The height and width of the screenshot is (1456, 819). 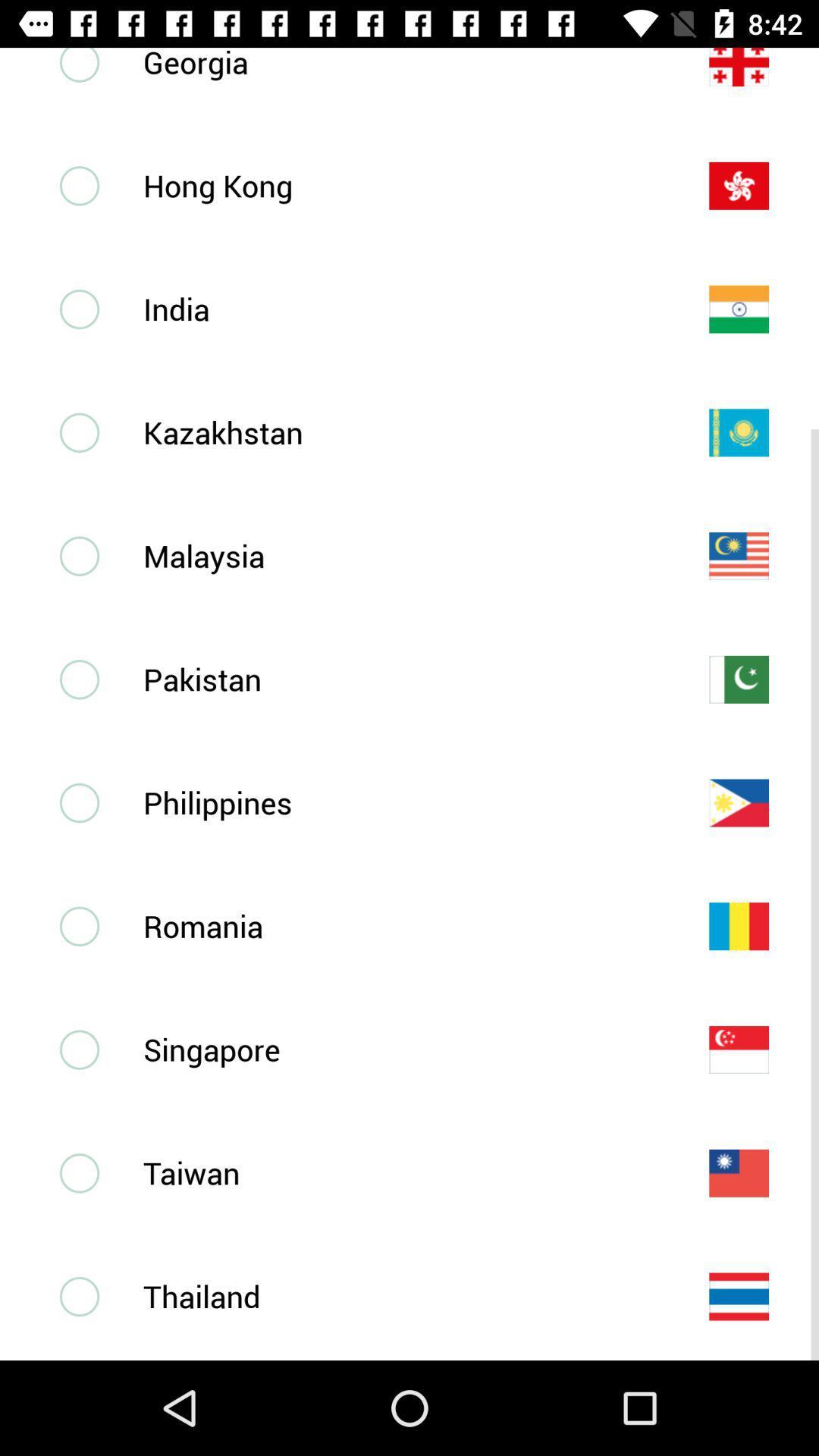 I want to click on the malaysia icon, so click(x=400, y=555).